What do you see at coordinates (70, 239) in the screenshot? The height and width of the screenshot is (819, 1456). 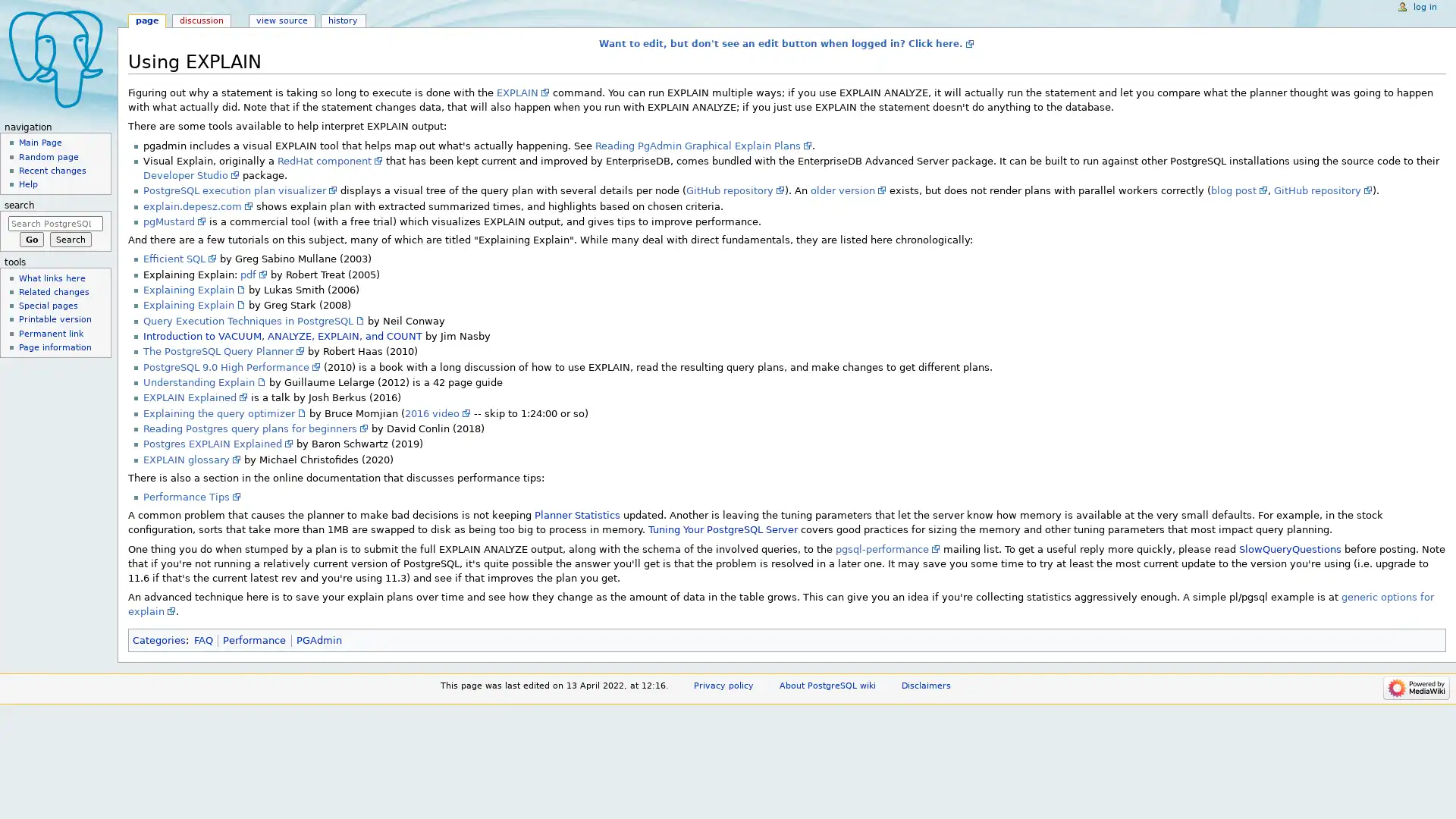 I see `Search` at bounding box center [70, 239].